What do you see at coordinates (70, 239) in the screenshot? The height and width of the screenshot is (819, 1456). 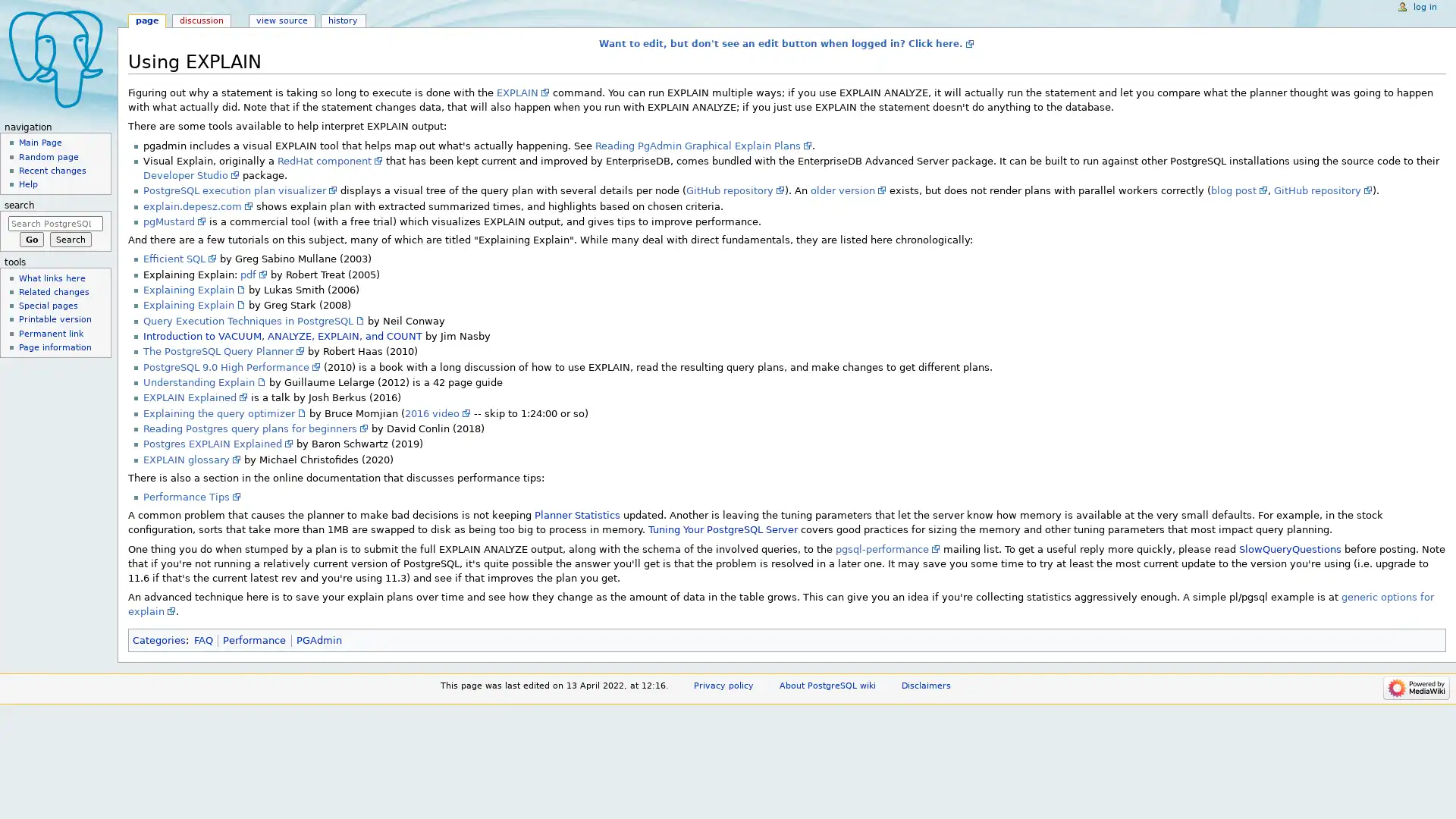 I see `Search` at bounding box center [70, 239].